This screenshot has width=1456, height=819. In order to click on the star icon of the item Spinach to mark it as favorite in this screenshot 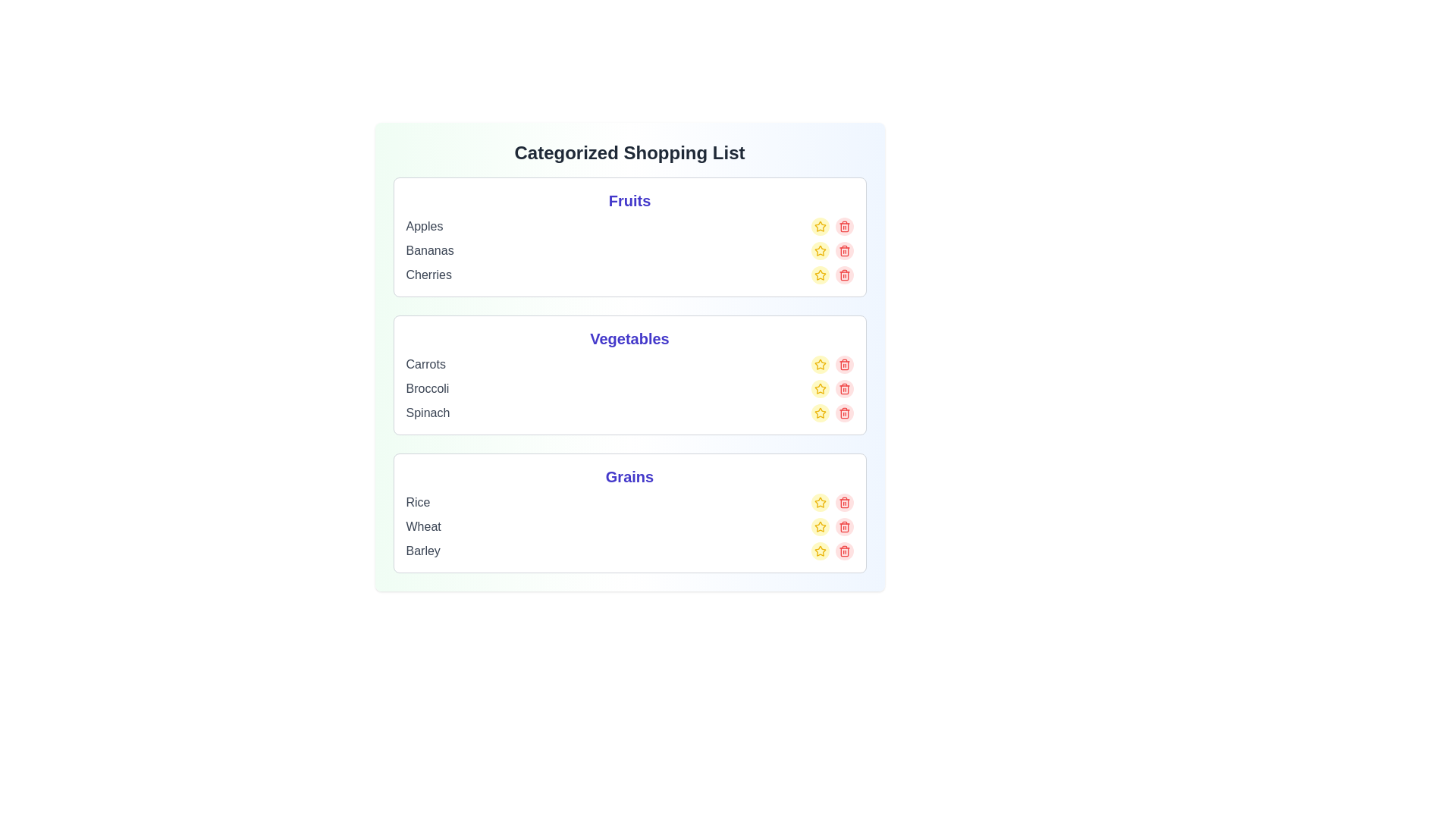, I will do `click(819, 413)`.